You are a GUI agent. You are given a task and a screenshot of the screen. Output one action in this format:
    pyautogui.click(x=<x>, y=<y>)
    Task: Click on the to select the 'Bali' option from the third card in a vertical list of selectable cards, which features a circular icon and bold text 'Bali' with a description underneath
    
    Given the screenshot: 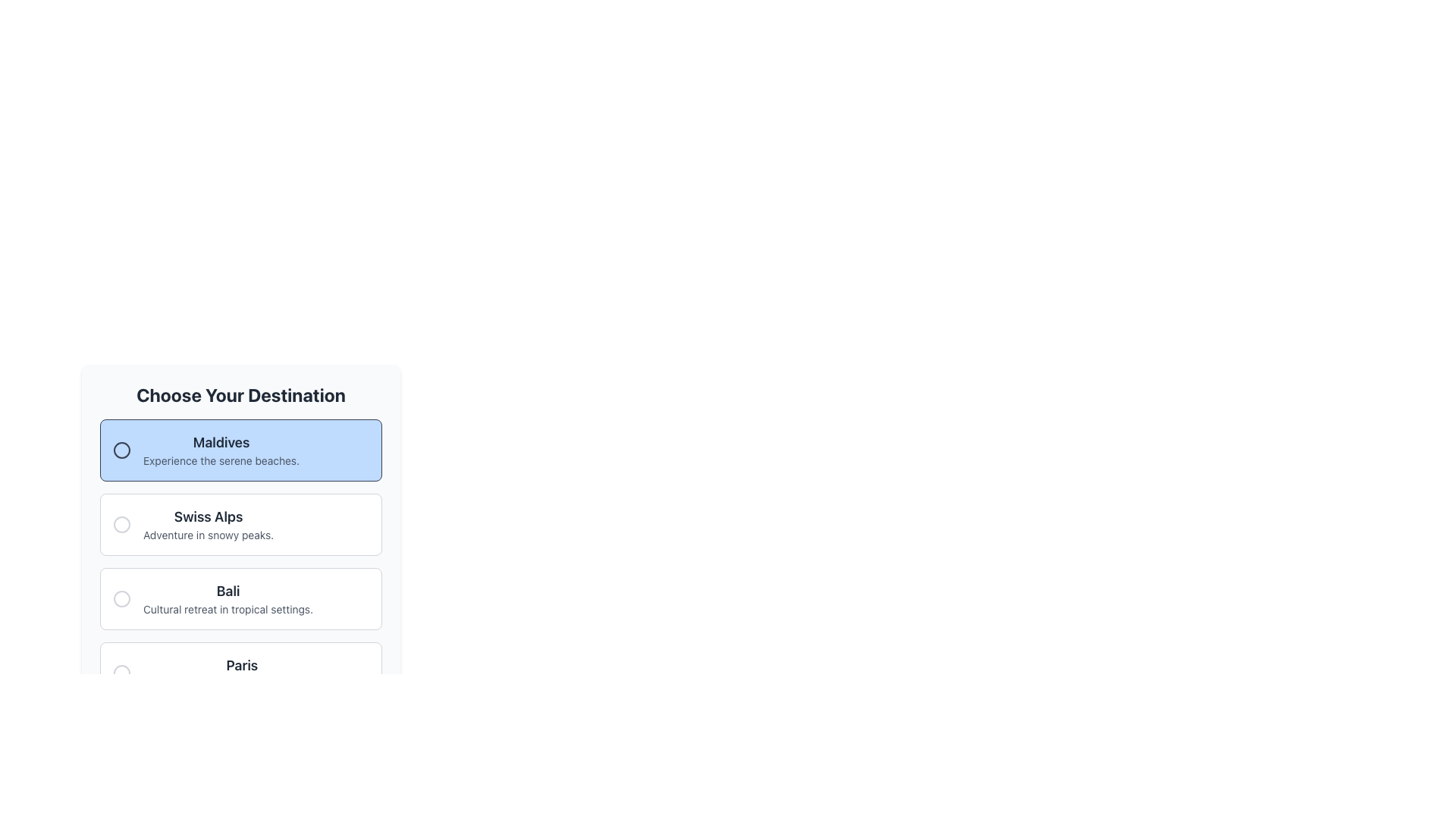 What is the action you would take?
    pyautogui.click(x=240, y=598)
    